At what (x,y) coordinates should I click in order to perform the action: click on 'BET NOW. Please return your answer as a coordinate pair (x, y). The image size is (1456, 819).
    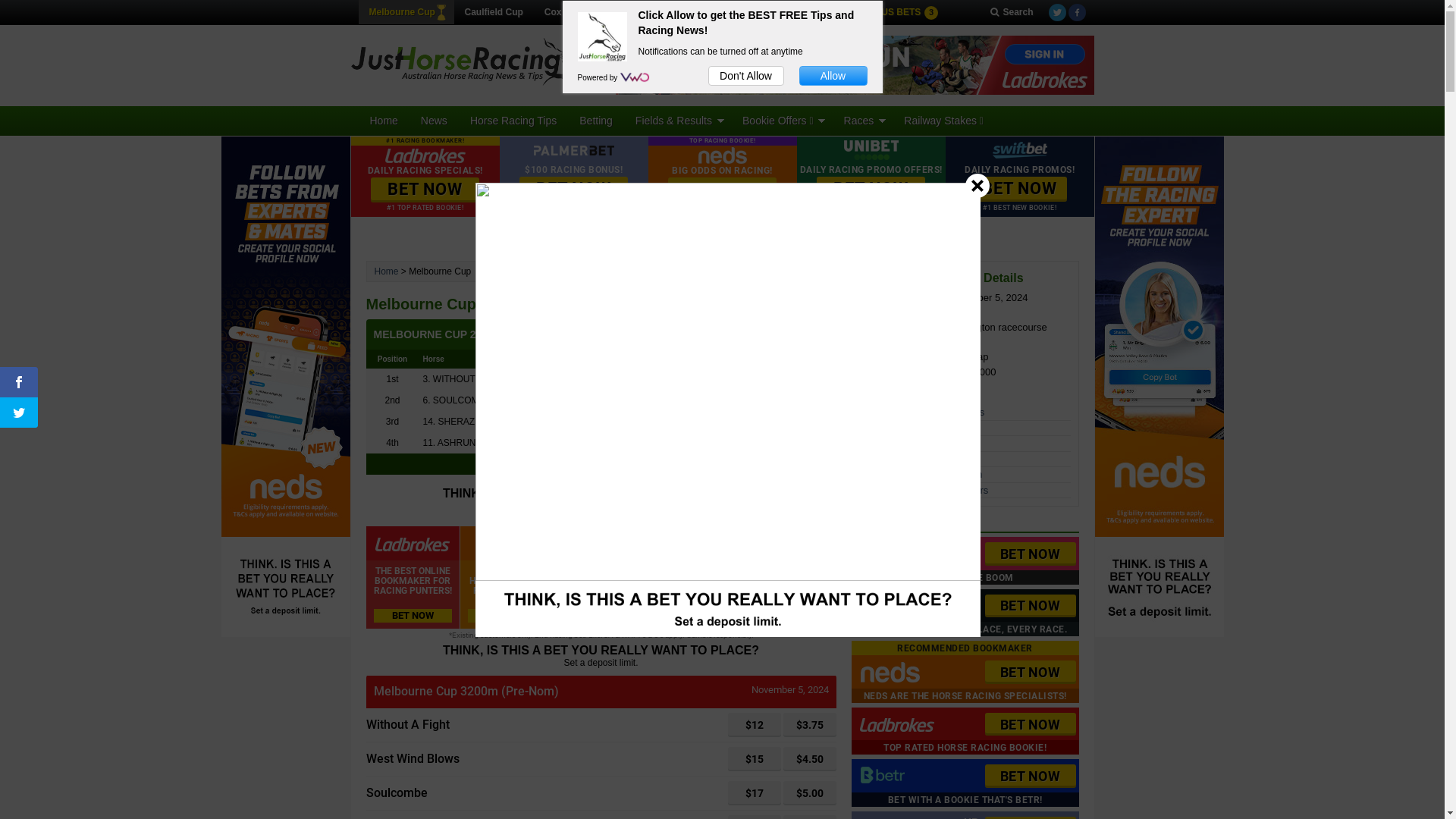
    Looking at the image, I should click on (964, 783).